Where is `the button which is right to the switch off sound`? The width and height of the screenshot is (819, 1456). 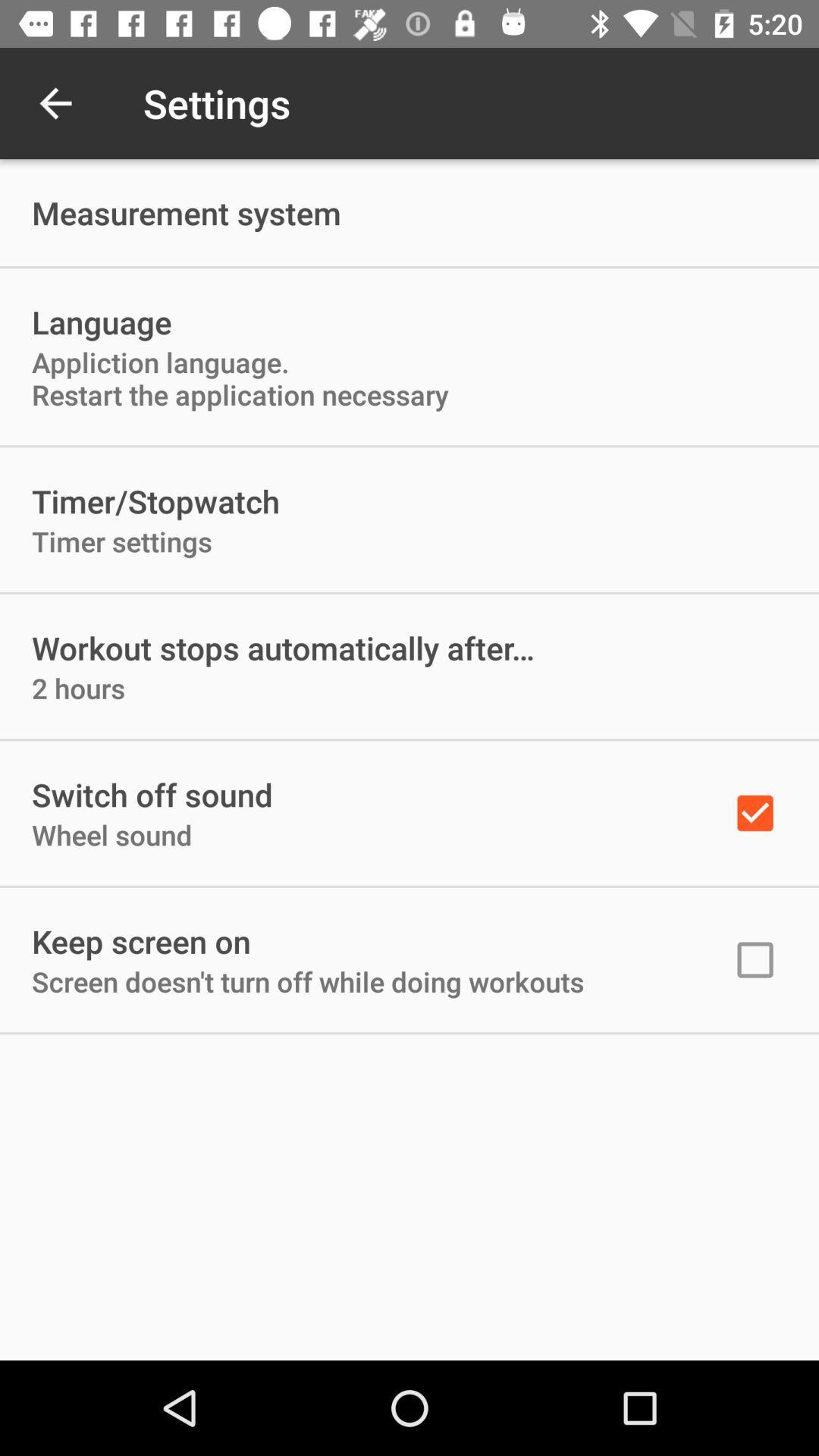 the button which is right to the switch off sound is located at coordinates (755, 813).